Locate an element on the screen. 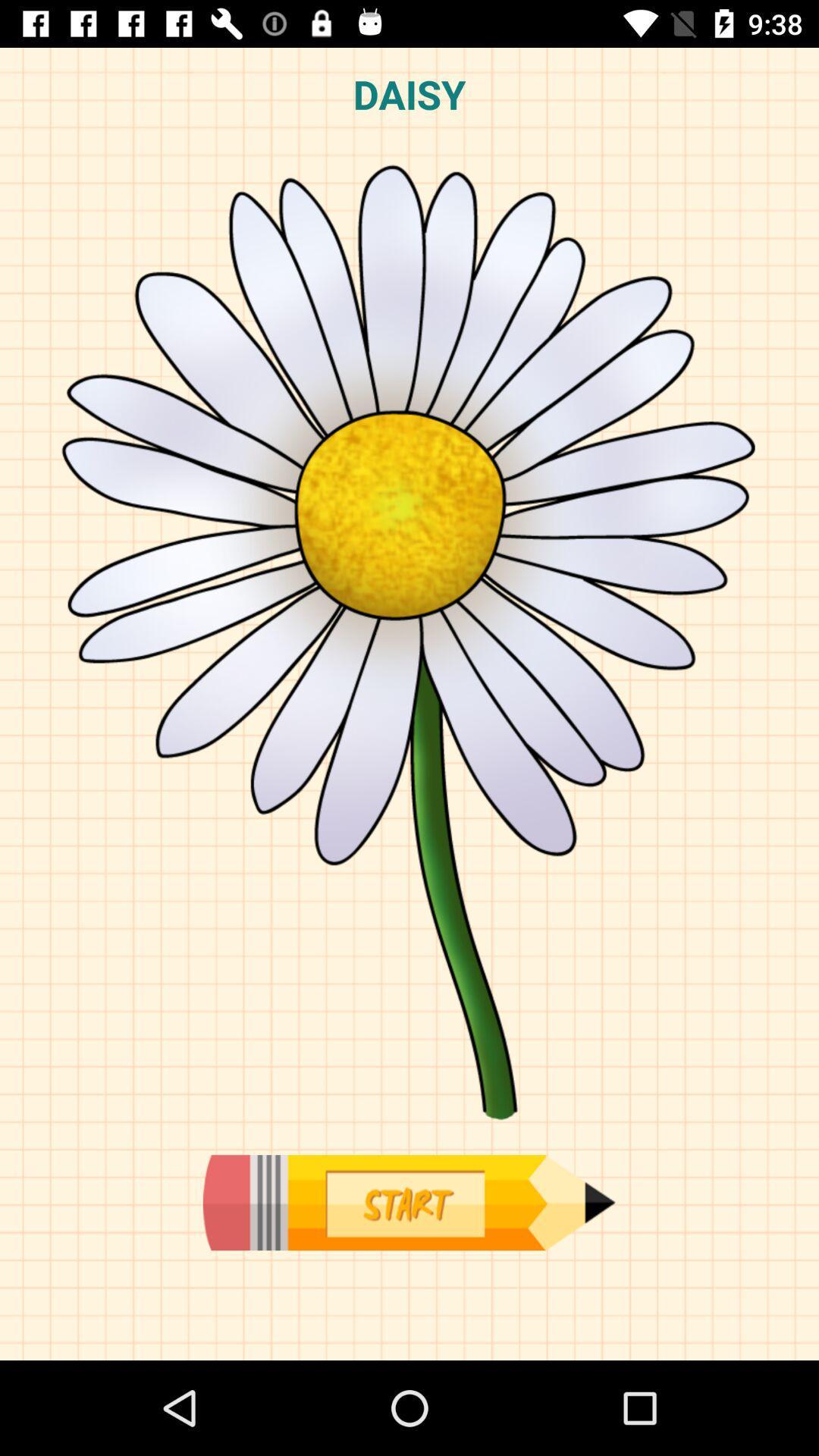  start button is located at coordinates (408, 1202).